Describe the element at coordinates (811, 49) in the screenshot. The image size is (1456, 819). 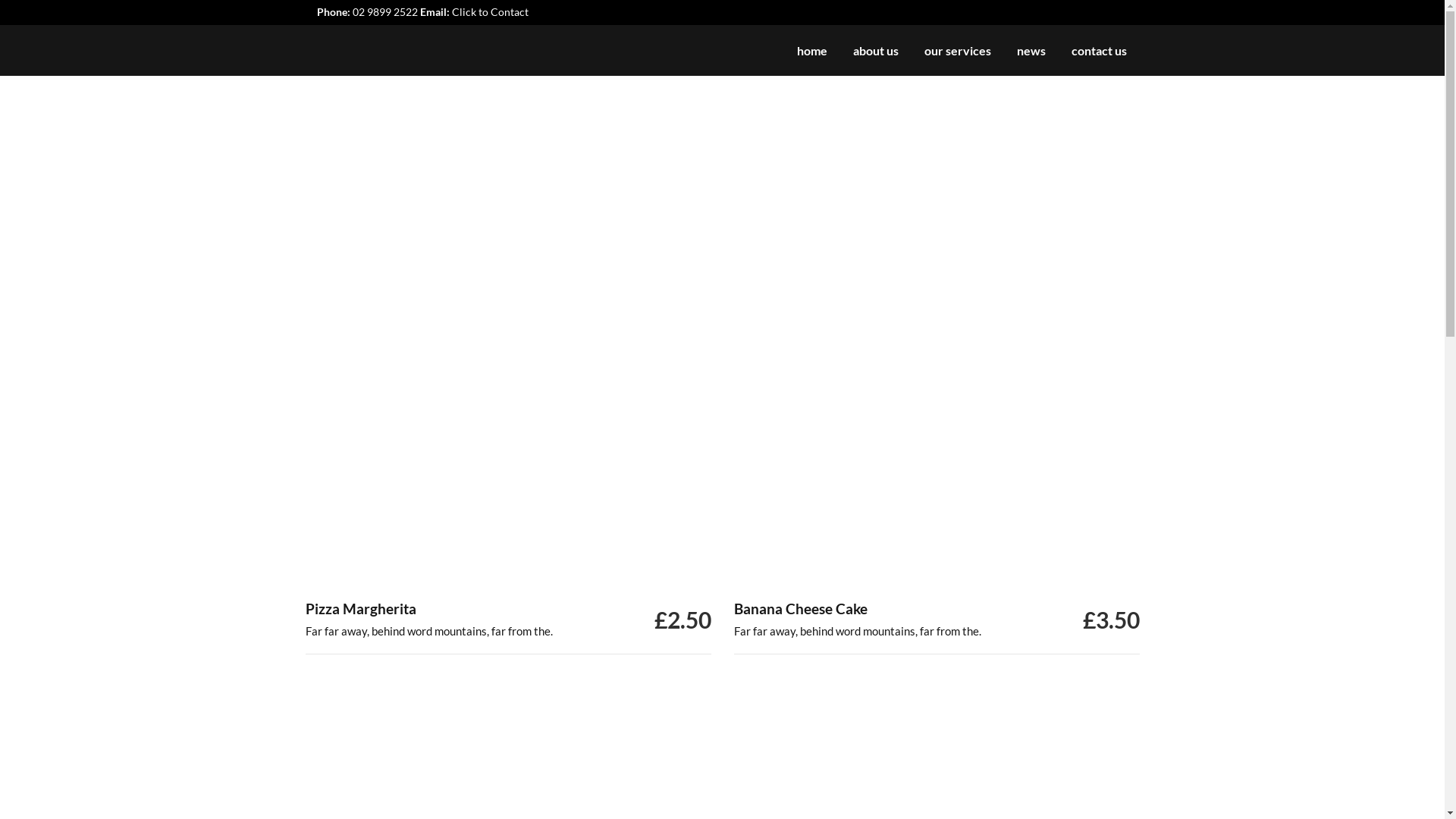
I see `'home'` at that location.